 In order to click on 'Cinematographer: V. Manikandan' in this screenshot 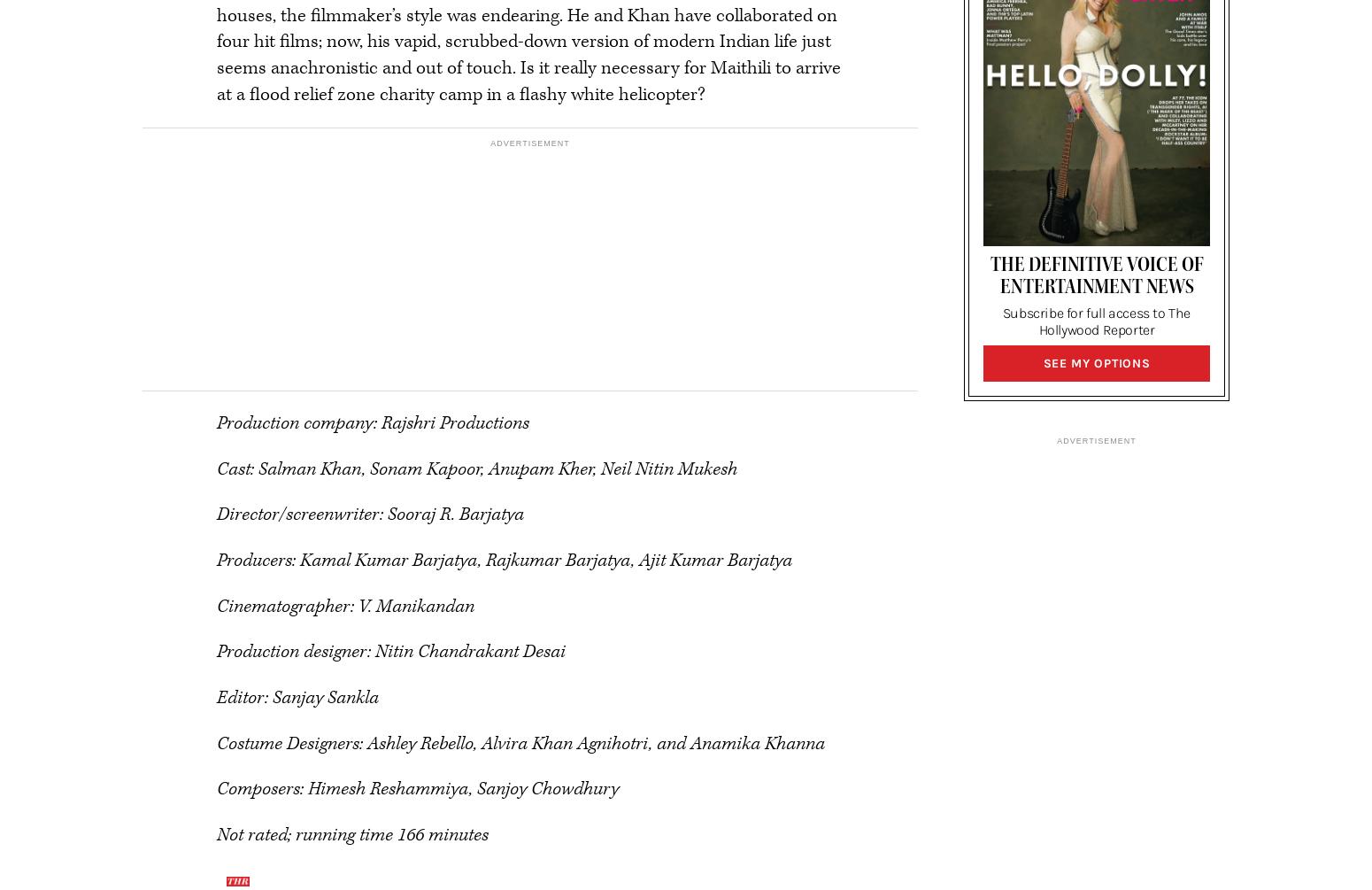, I will do `click(345, 606)`.